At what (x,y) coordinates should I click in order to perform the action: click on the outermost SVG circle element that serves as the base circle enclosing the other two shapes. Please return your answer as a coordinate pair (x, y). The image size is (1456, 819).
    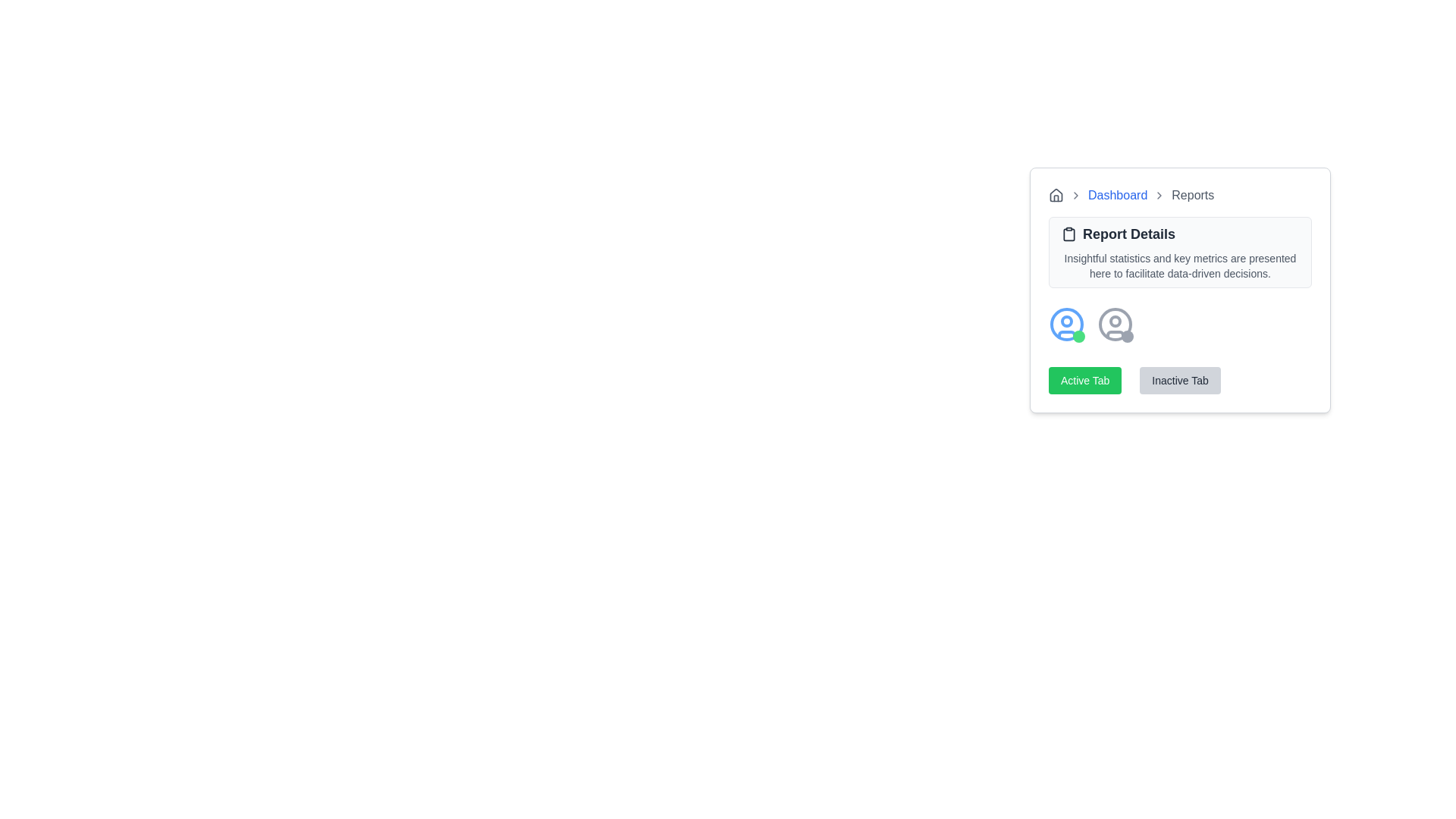
    Looking at the image, I should click on (1115, 324).